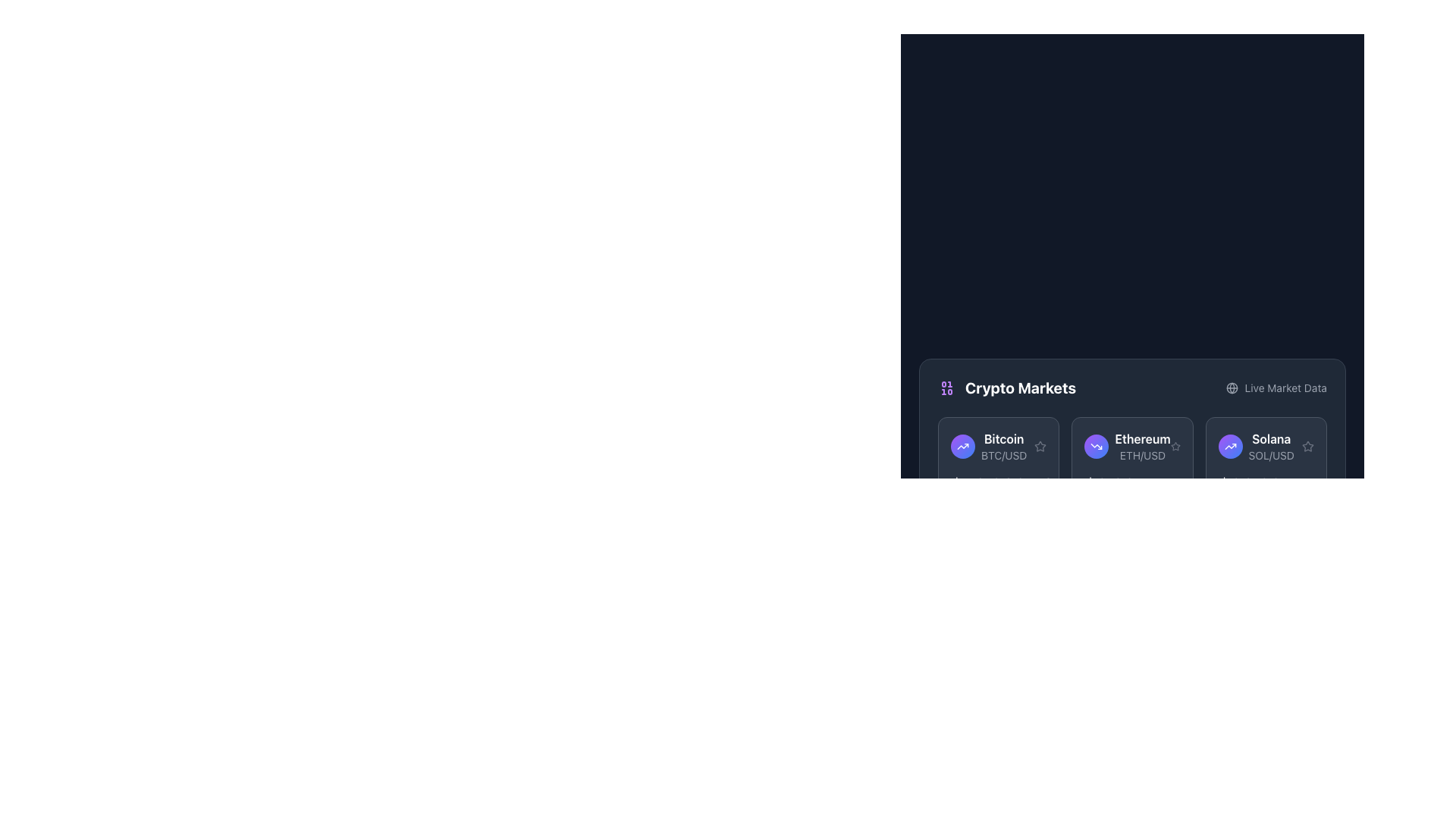 This screenshot has height=819, width=1456. Describe the element at coordinates (1097, 446) in the screenshot. I see `the downward trend icon indicating a decrease in value or performance within the Ethereum (ETH/USD) card in the Crypto Markets section` at that location.